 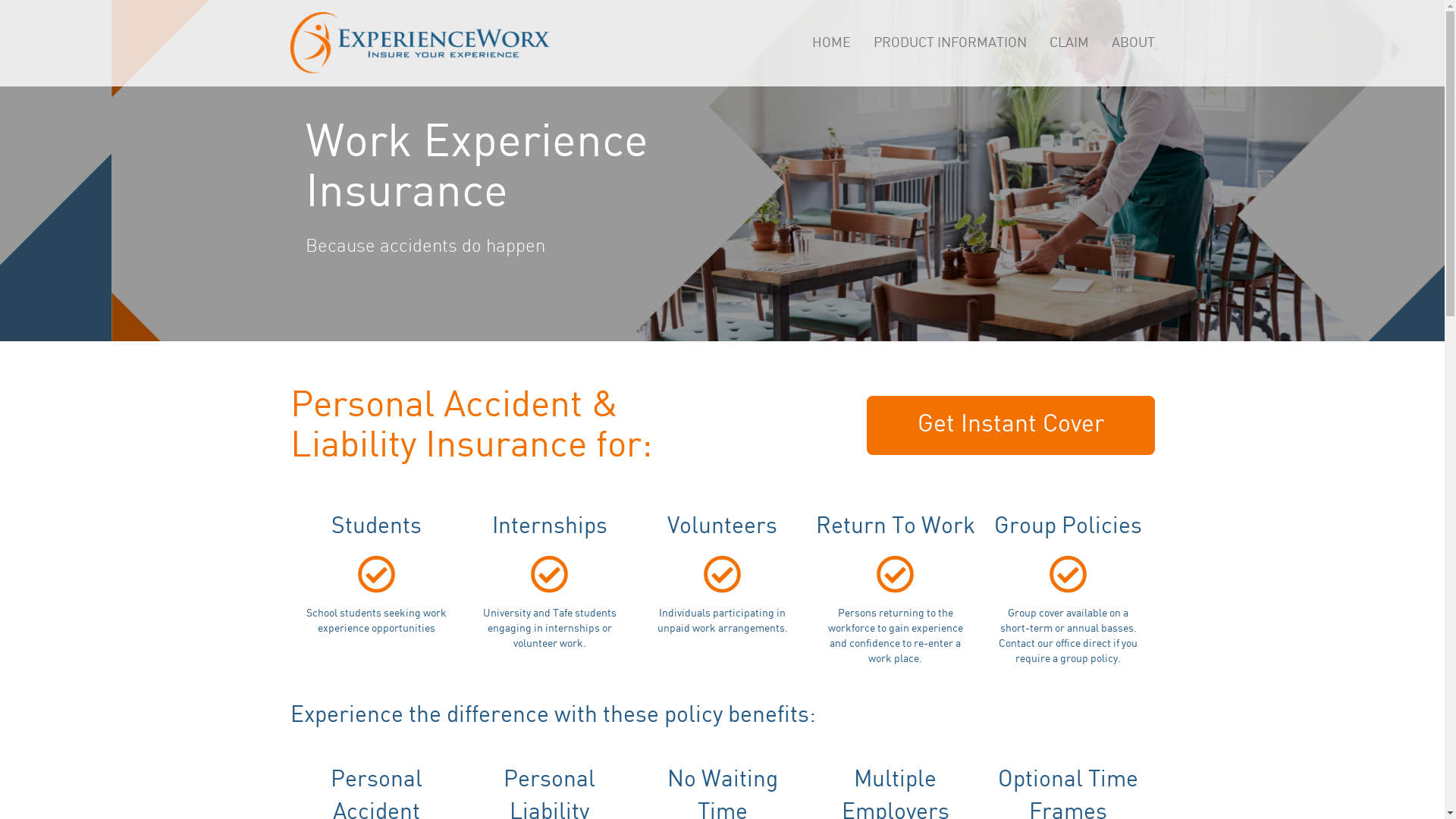 I want to click on 'PRODUCT INFORMATION', so click(x=949, y=42).